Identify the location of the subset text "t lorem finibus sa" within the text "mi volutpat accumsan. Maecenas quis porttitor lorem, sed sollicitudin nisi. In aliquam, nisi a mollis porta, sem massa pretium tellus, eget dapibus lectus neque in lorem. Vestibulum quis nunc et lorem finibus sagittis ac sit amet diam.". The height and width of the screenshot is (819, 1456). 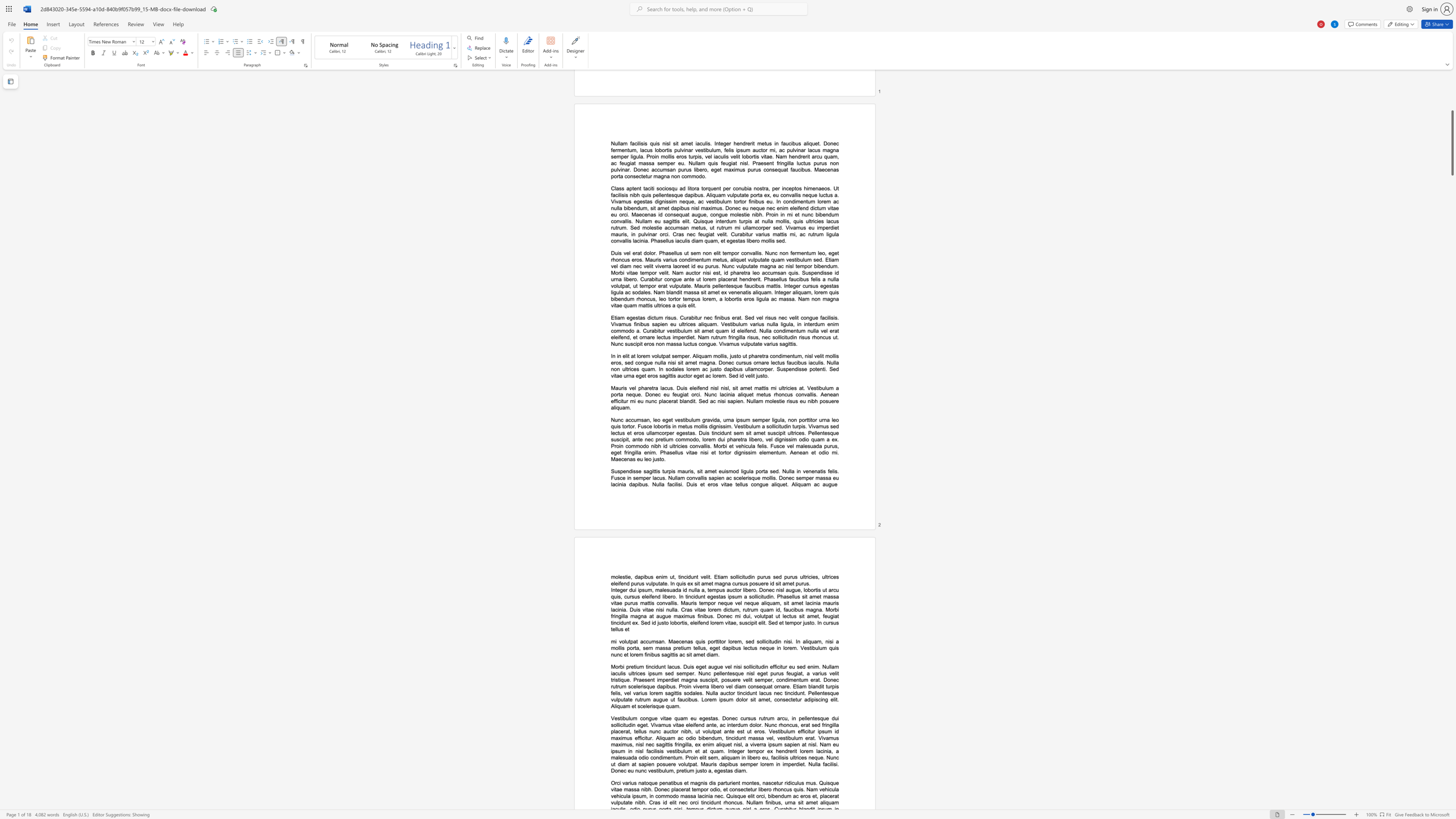
(626, 655).